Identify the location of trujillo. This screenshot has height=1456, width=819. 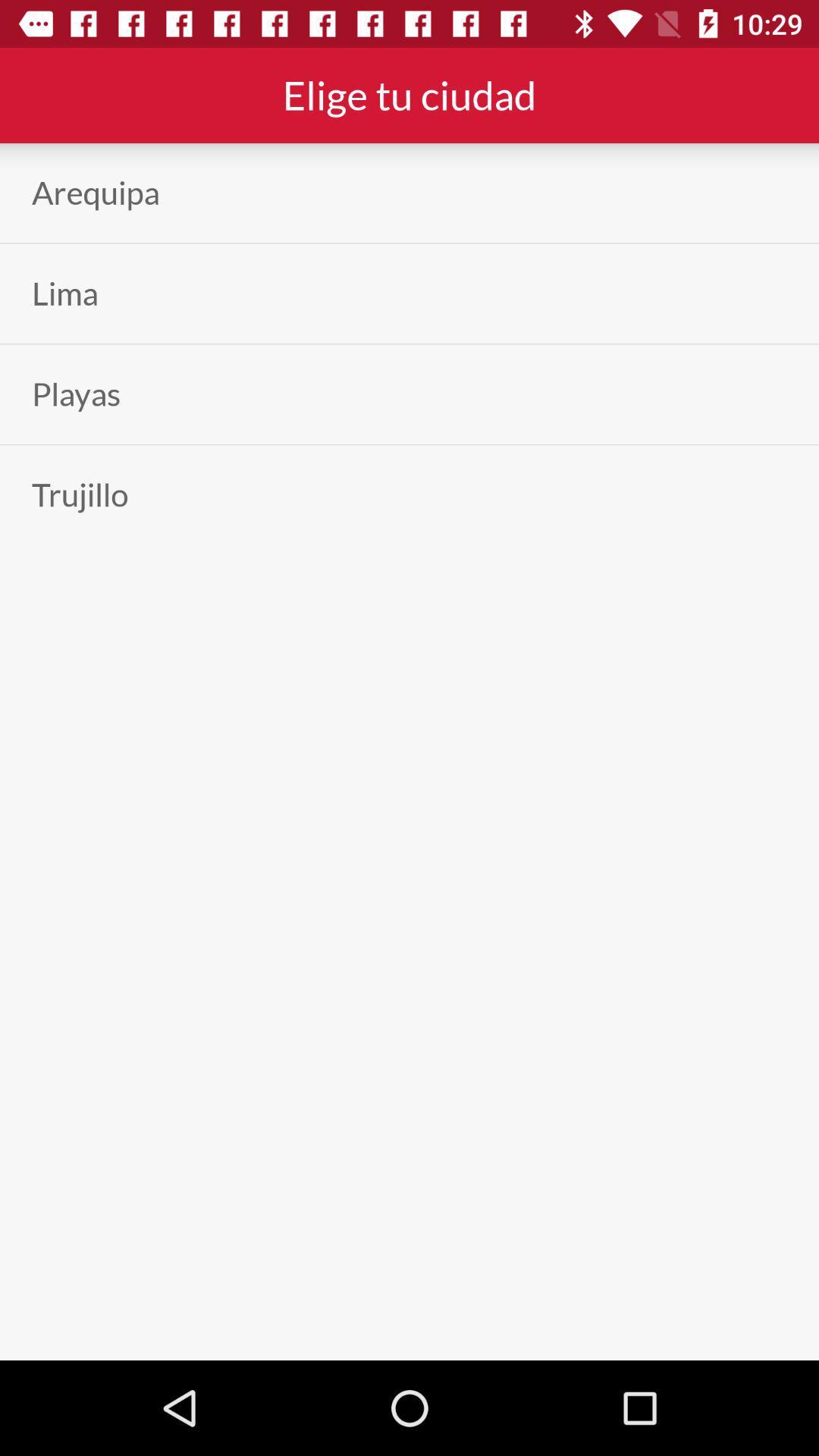
(80, 494).